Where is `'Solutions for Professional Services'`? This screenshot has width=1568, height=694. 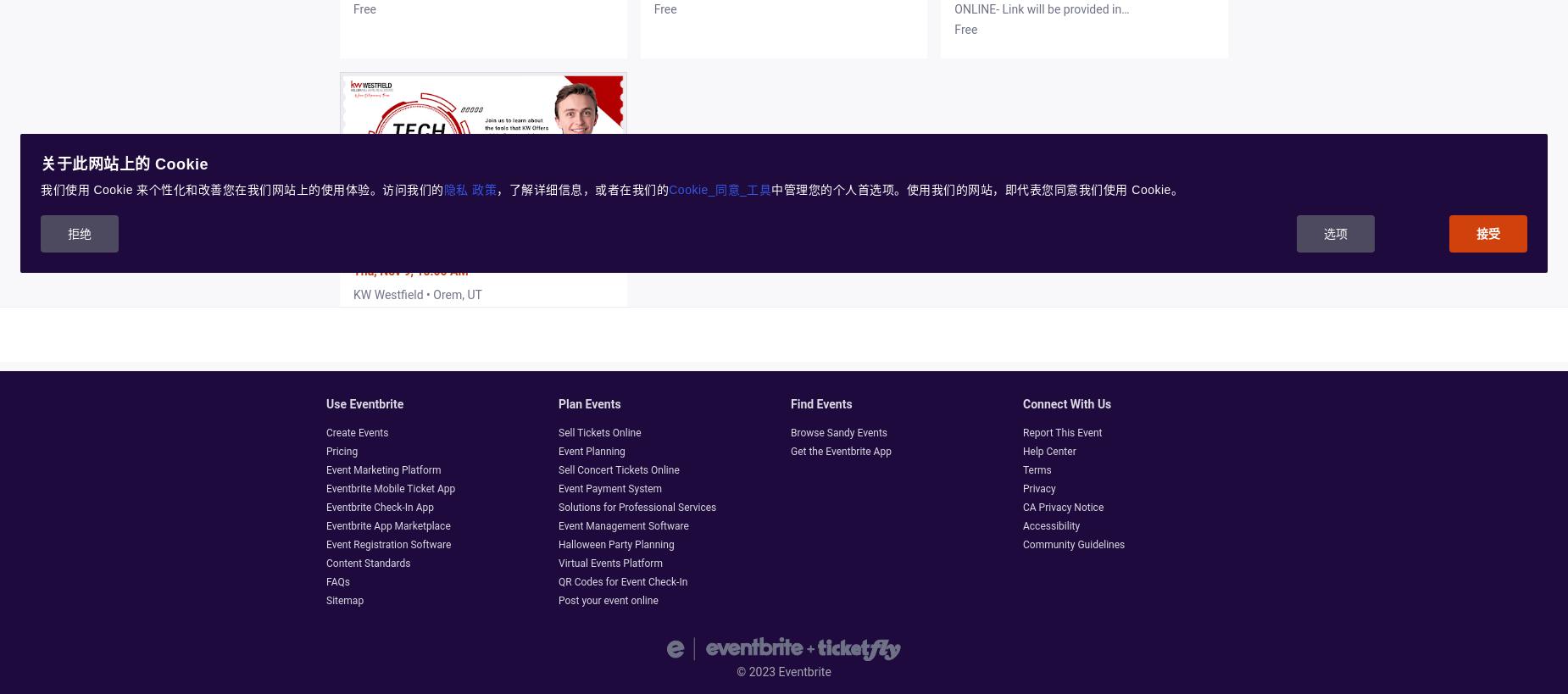
'Solutions for Professional Services' is located at coordinates (637, 507).